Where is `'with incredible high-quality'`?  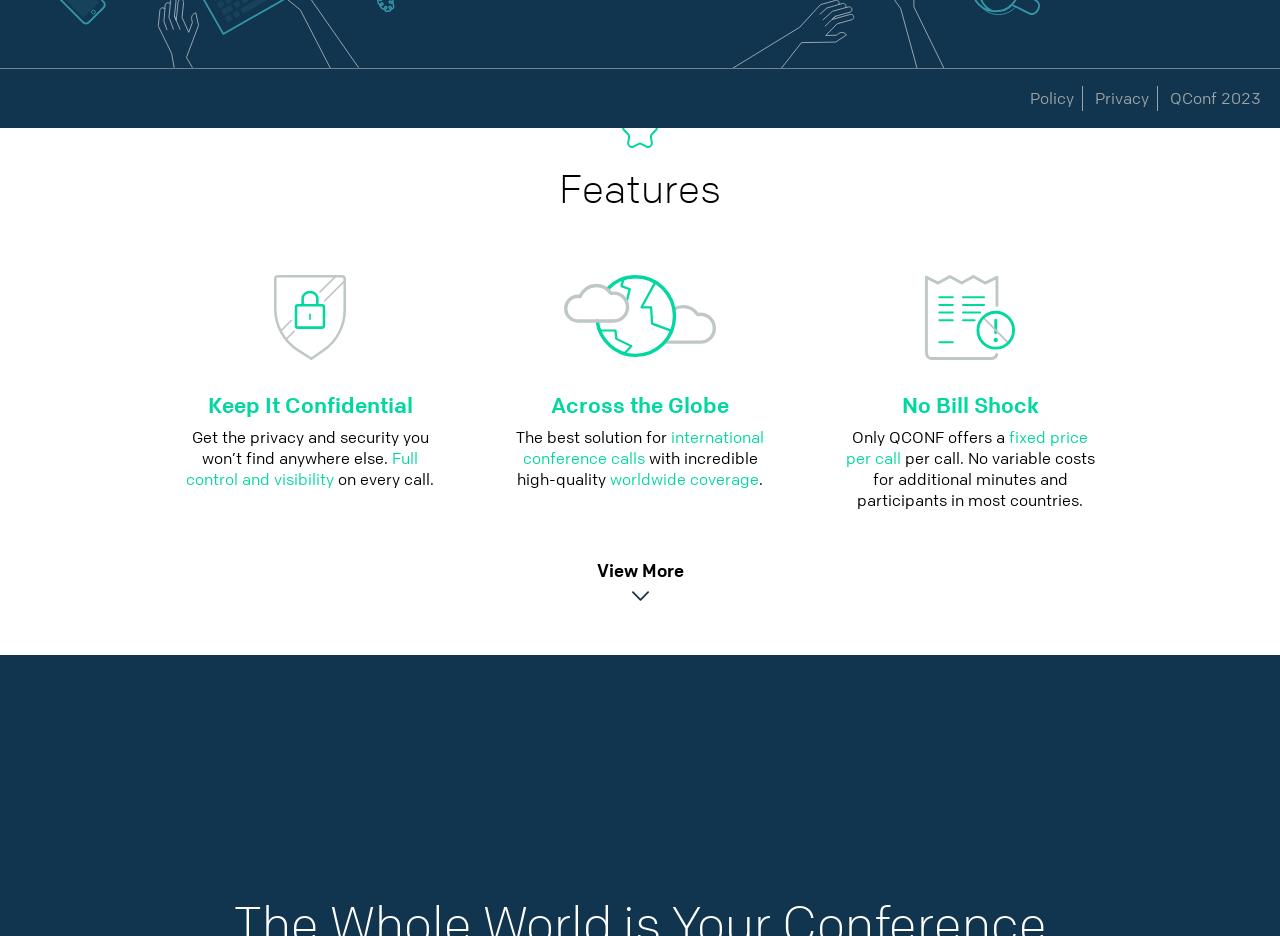 'with incredible high-quality' is located at coordinates (636, 468).